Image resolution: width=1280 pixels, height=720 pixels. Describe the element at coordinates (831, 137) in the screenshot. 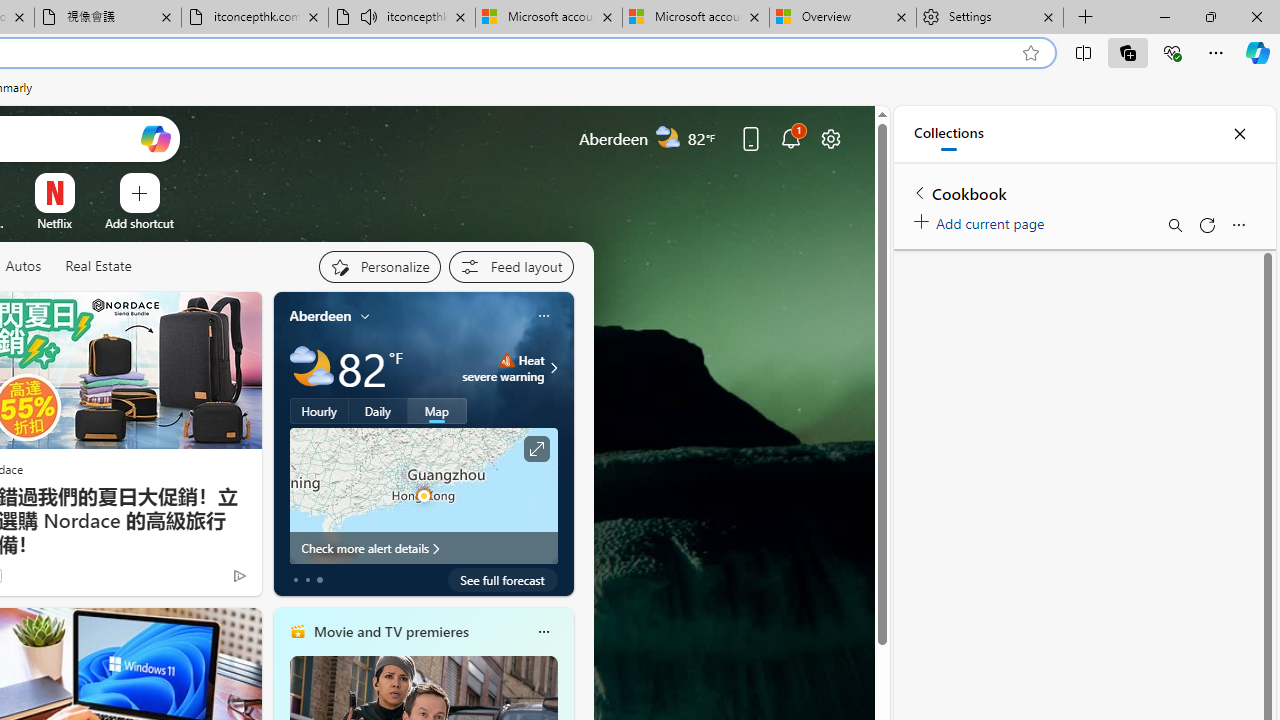

I see `'Page settings'` at that location.